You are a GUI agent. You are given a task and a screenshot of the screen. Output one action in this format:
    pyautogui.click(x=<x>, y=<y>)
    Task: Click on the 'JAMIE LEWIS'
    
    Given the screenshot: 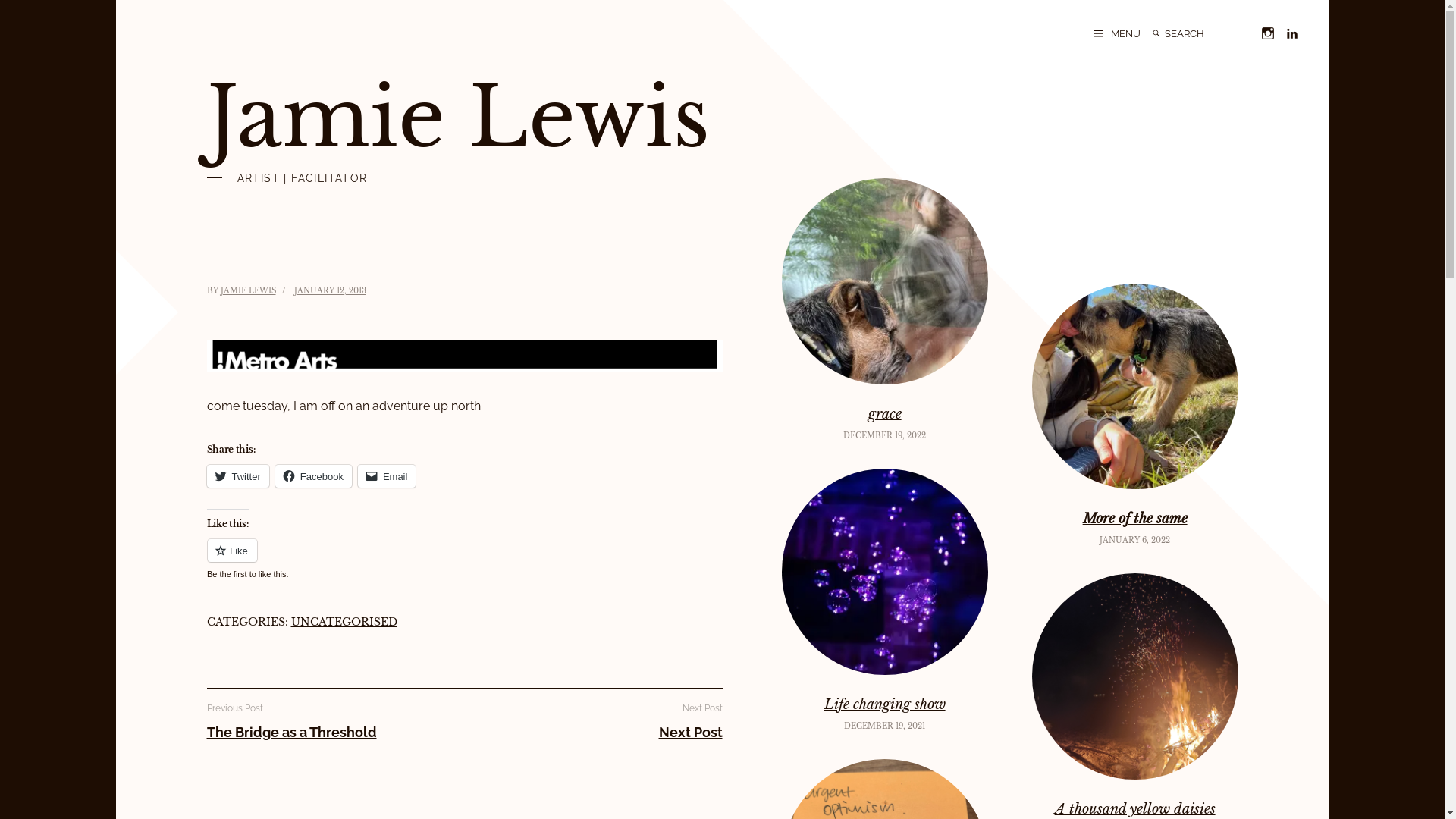 What is the action you would take?
    pyautogui.click(x=247, y=290)
    